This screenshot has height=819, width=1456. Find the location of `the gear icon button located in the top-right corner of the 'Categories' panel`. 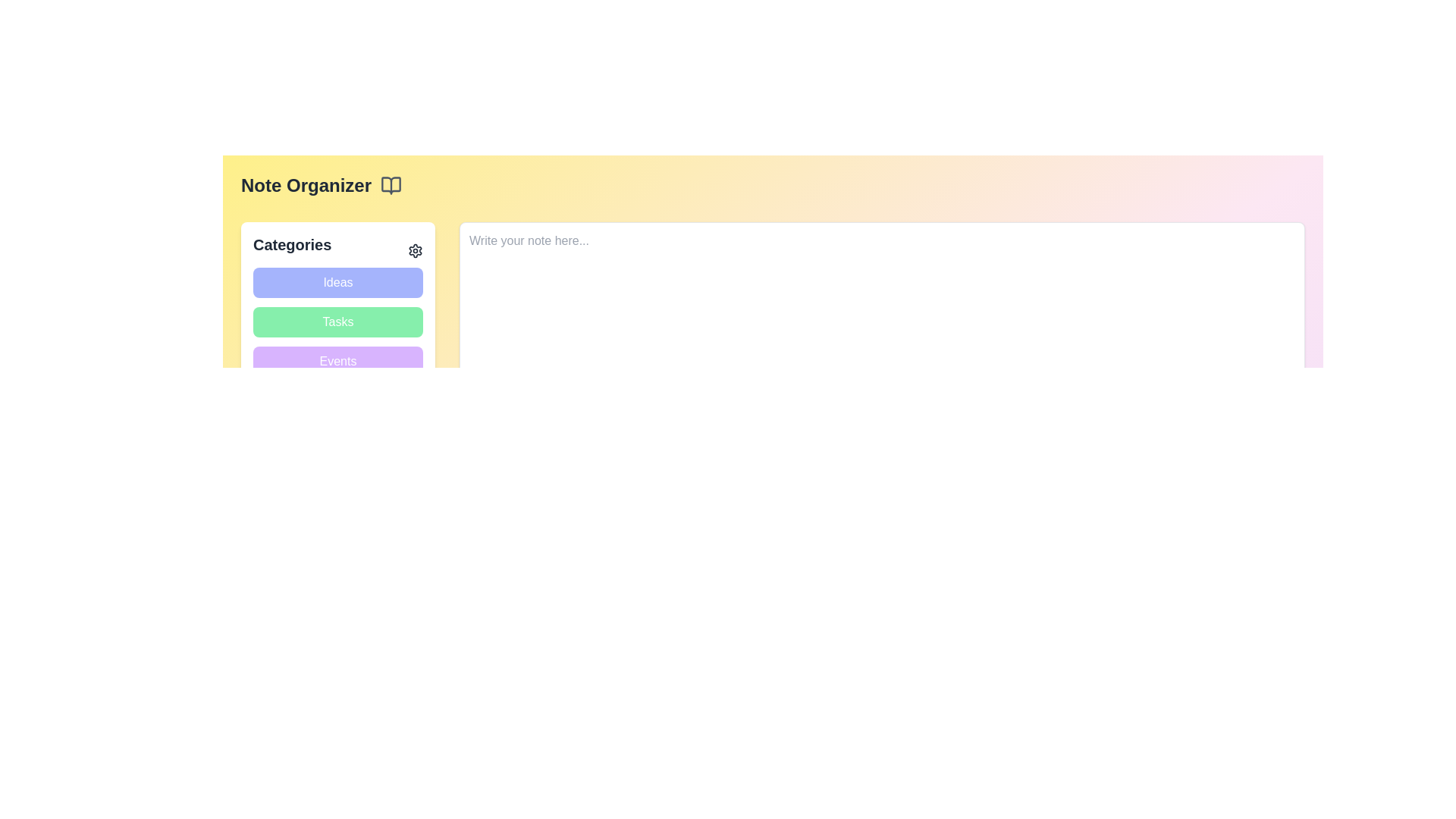

the gear icon button located in the top-right corner of the 'Categories' panel is located at coordinates (415, 250).